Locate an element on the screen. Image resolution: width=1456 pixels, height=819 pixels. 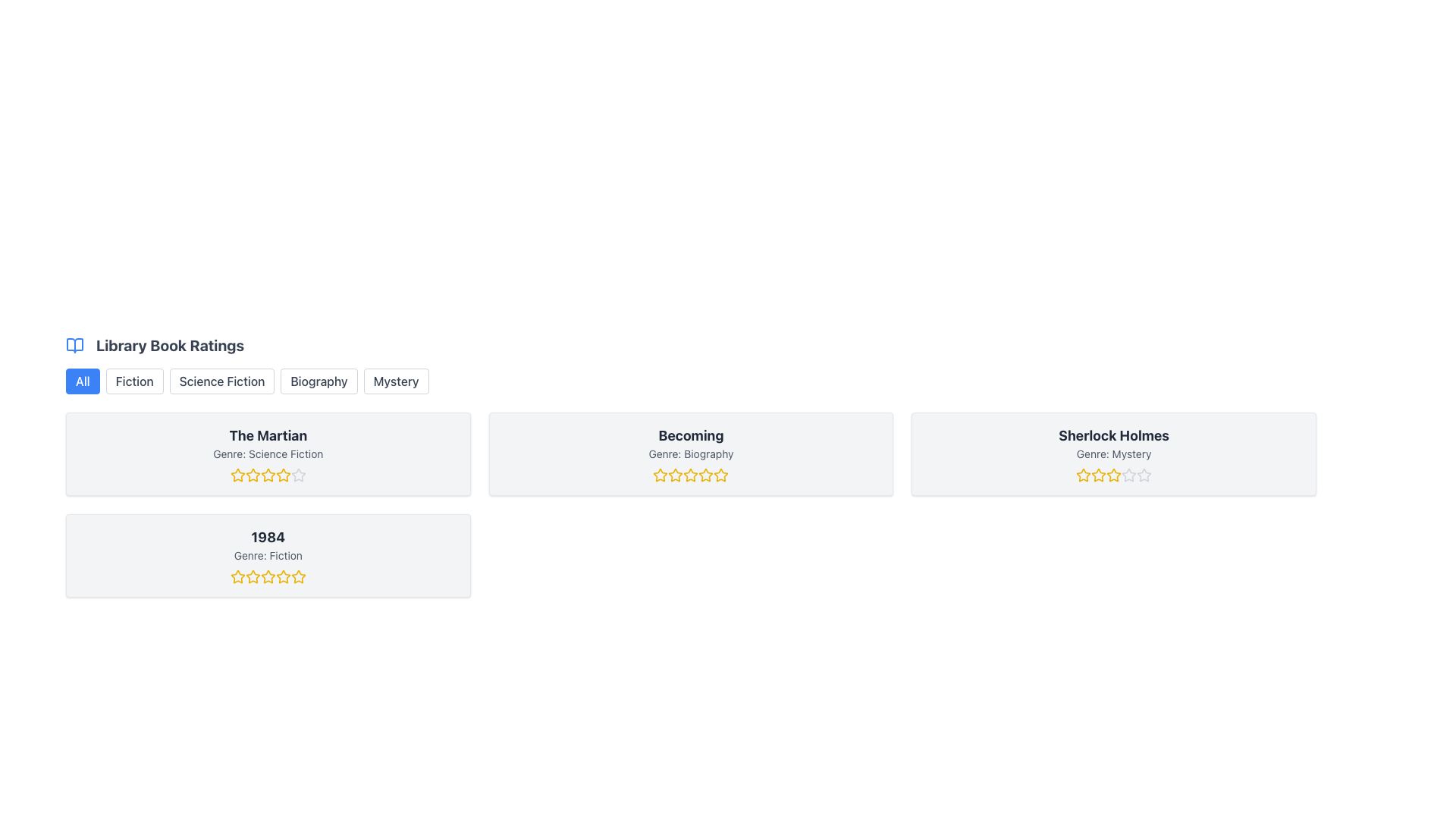
the first star in the rating system located under the title '1984' to rate it is located at coordinates (237, 576).